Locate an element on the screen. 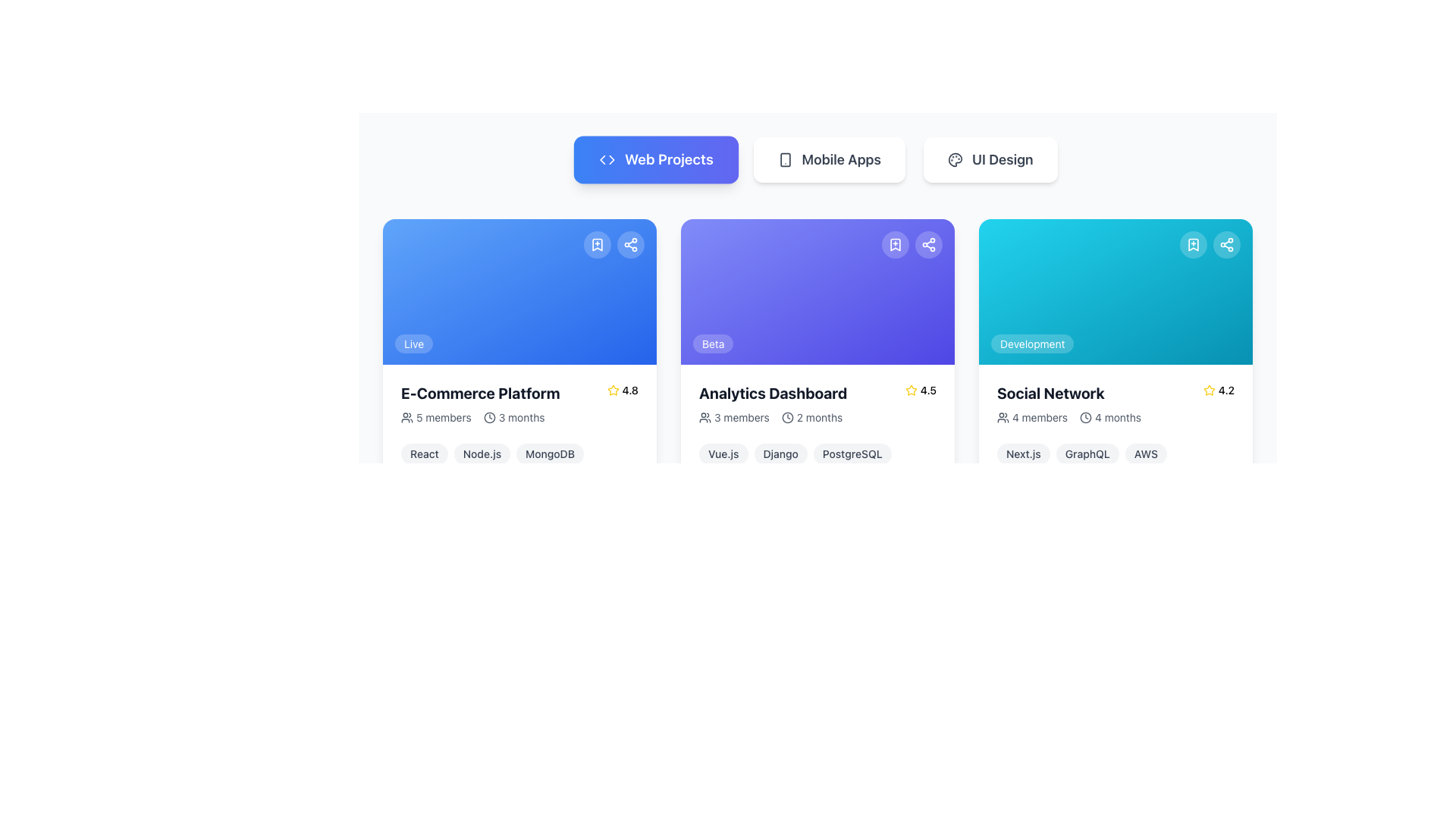 The height and width of the screenshot is (819, 1456). the text label indicating the duration since the 'Social Network' project began, which displays '4 months' and is located under the 'Web Projects' category is located at coordinates (1118, 418).